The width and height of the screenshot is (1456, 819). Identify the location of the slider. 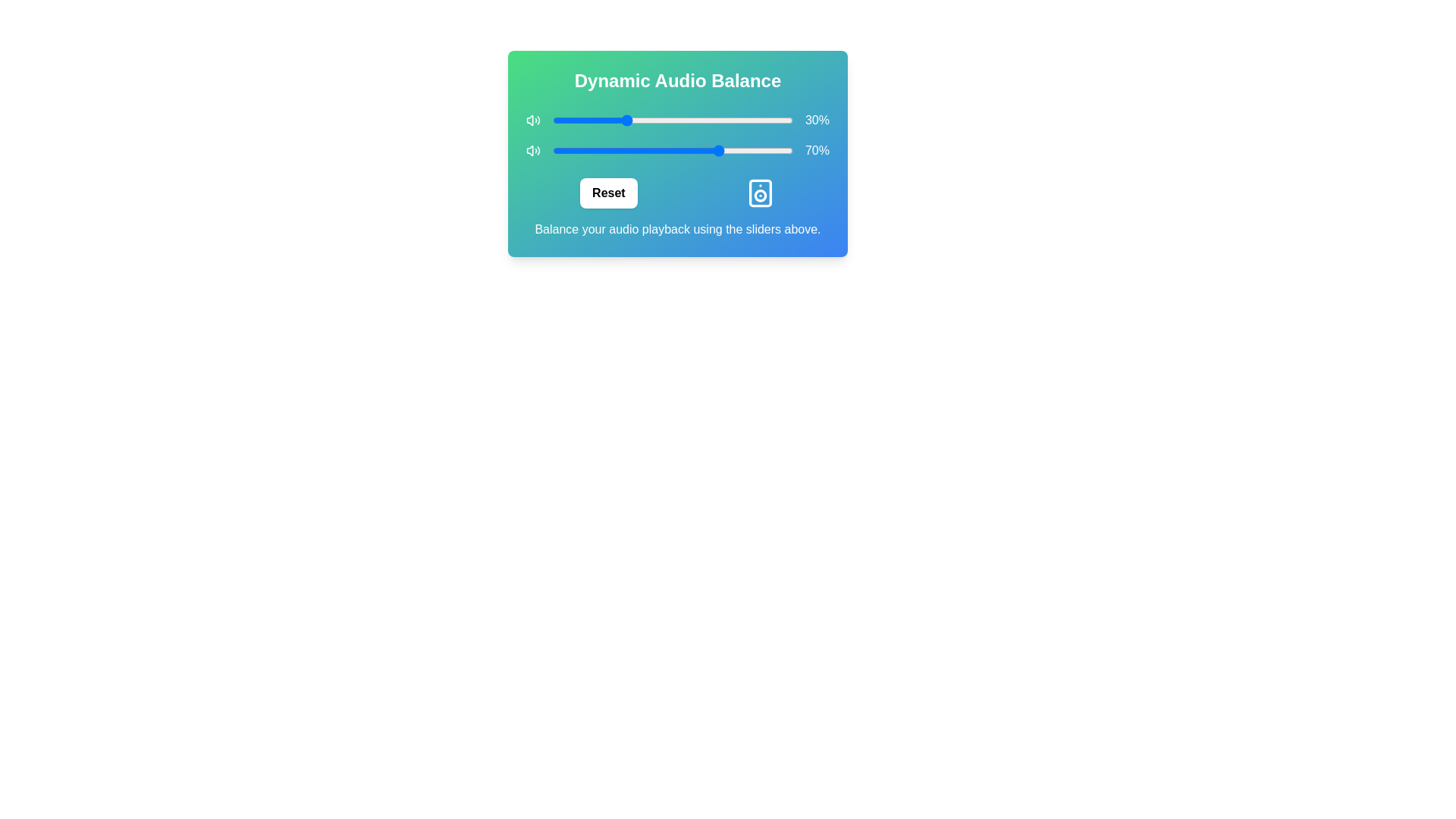
(700, 119).